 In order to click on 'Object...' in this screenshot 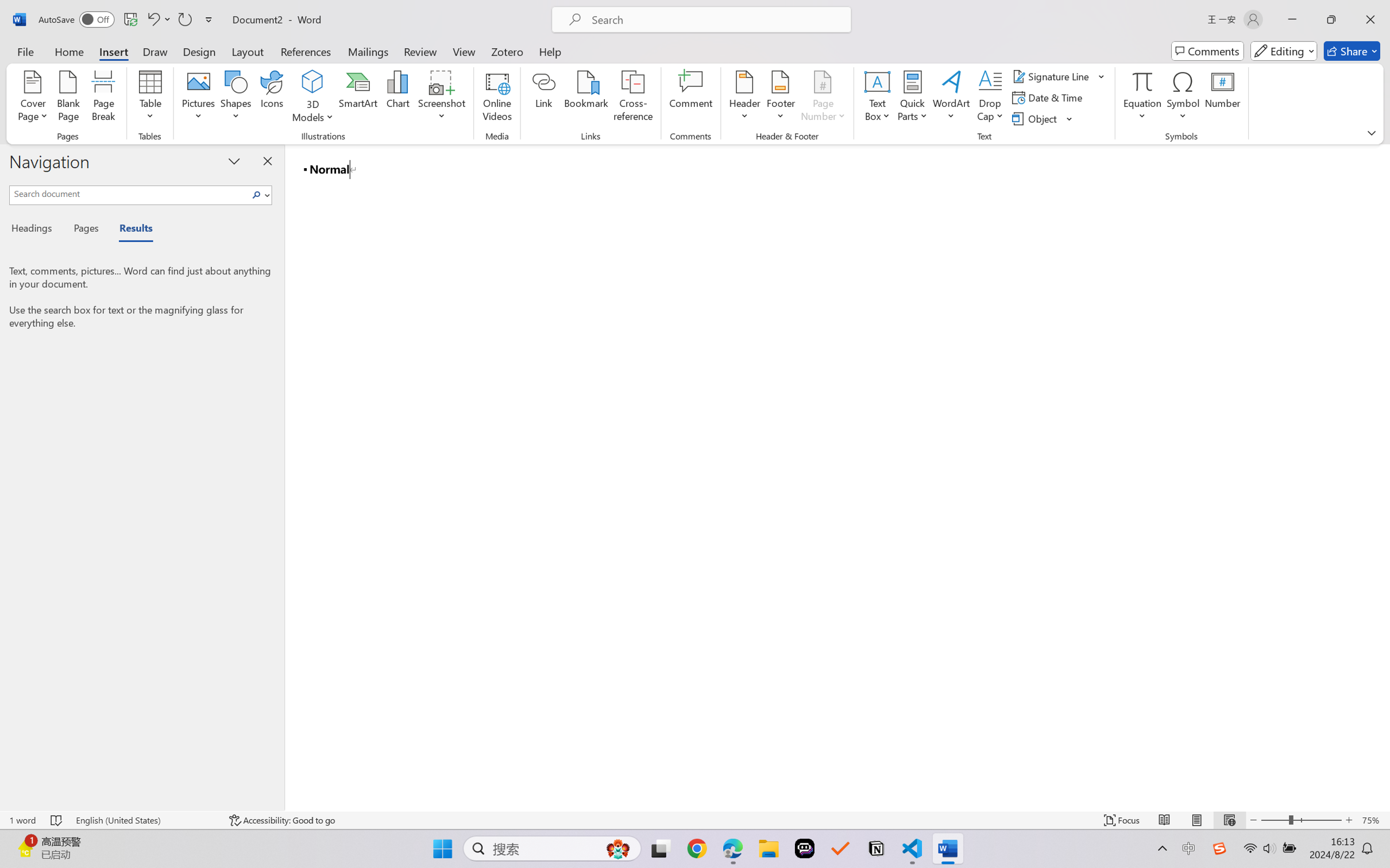, I will do `click(1042, 119)`.